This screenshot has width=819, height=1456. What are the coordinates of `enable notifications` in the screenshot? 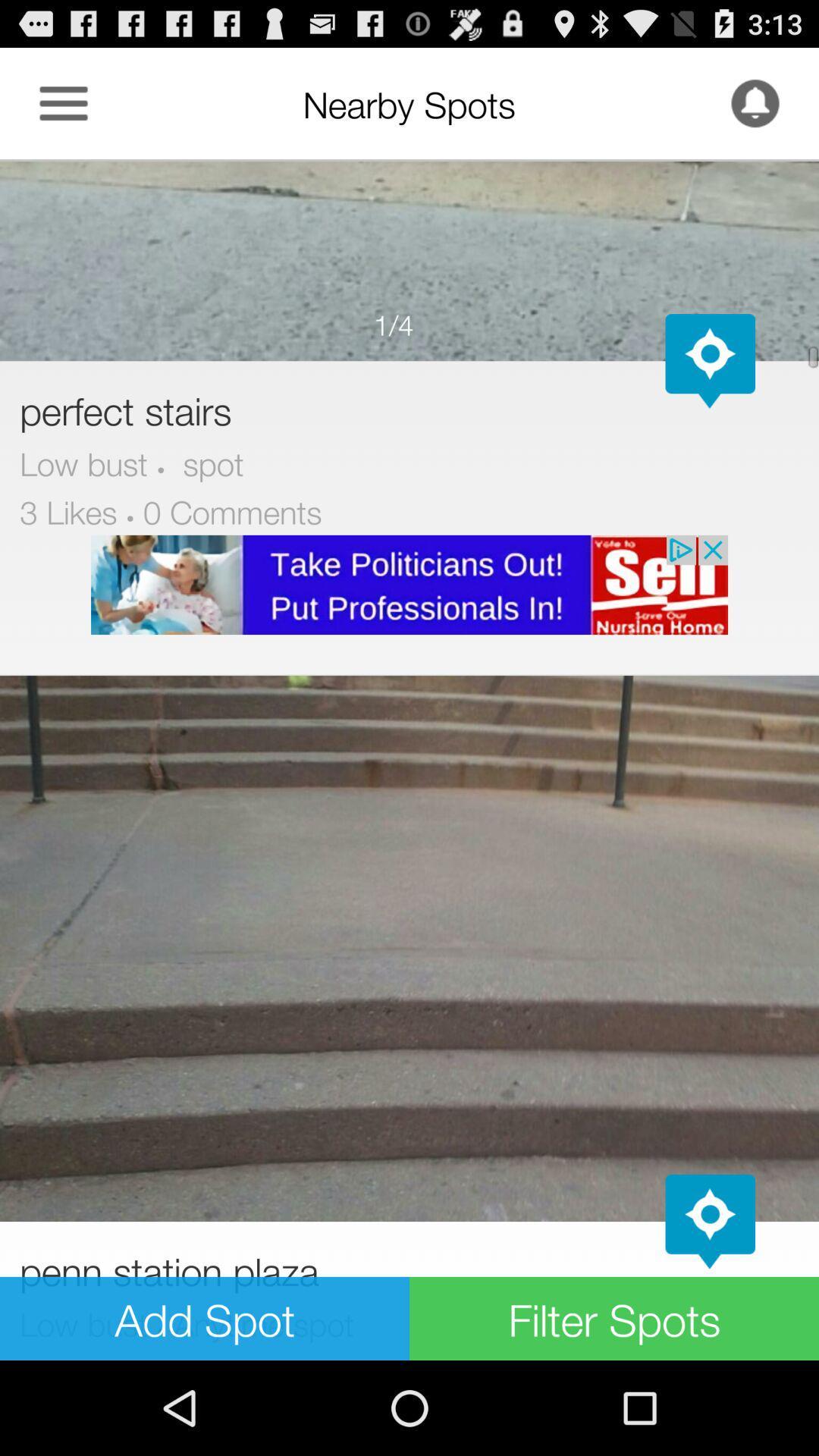 It's located at (755, 102).